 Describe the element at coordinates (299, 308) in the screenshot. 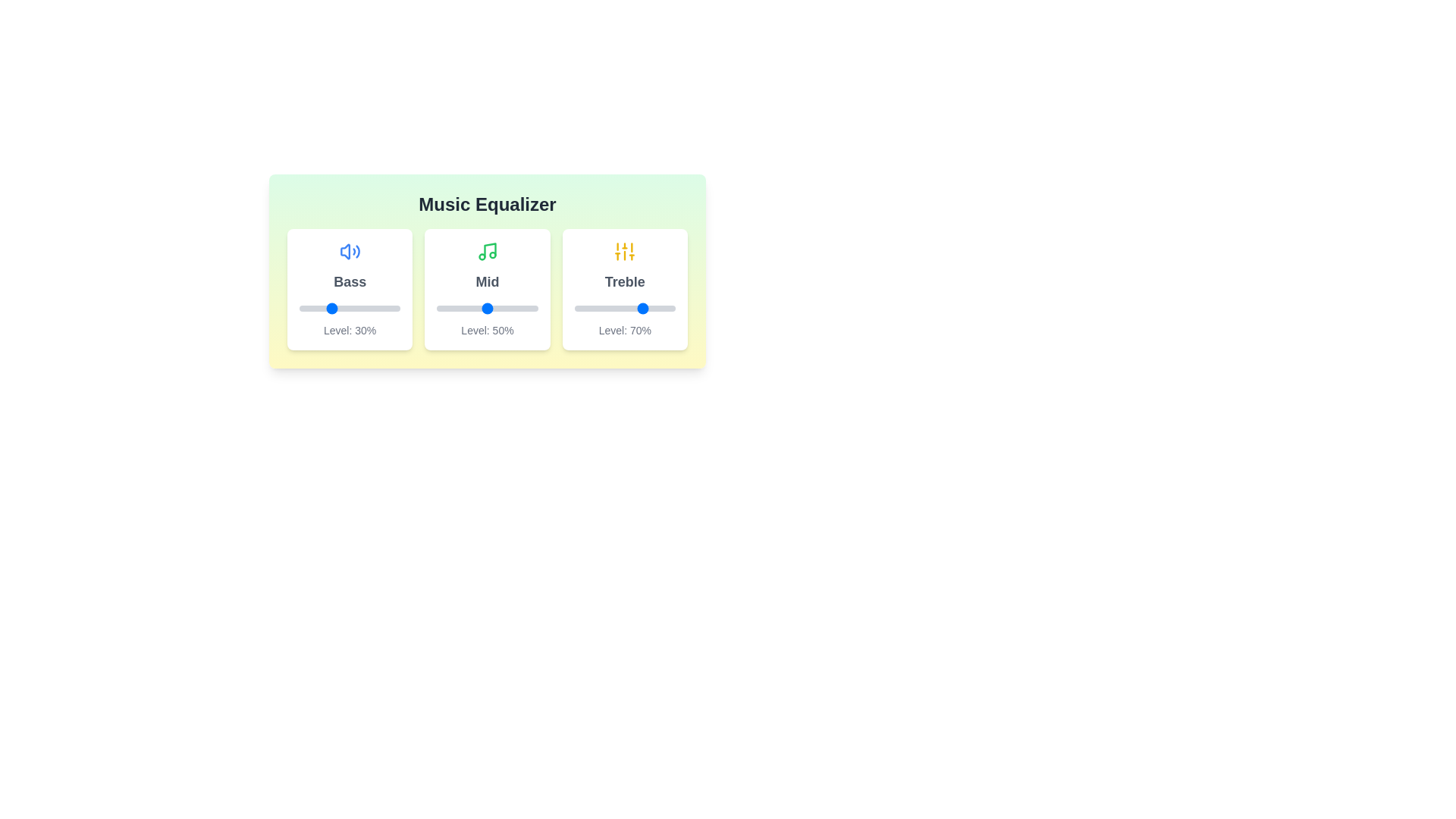

I see `the bass slider to 0%` at that location.